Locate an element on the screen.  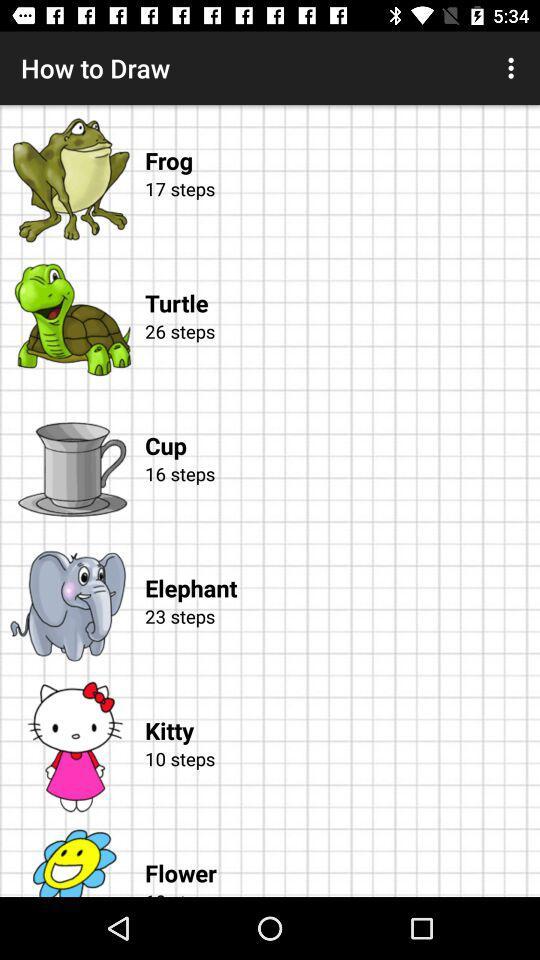
item below the 26 steps app is located at coordinates (341, 425).